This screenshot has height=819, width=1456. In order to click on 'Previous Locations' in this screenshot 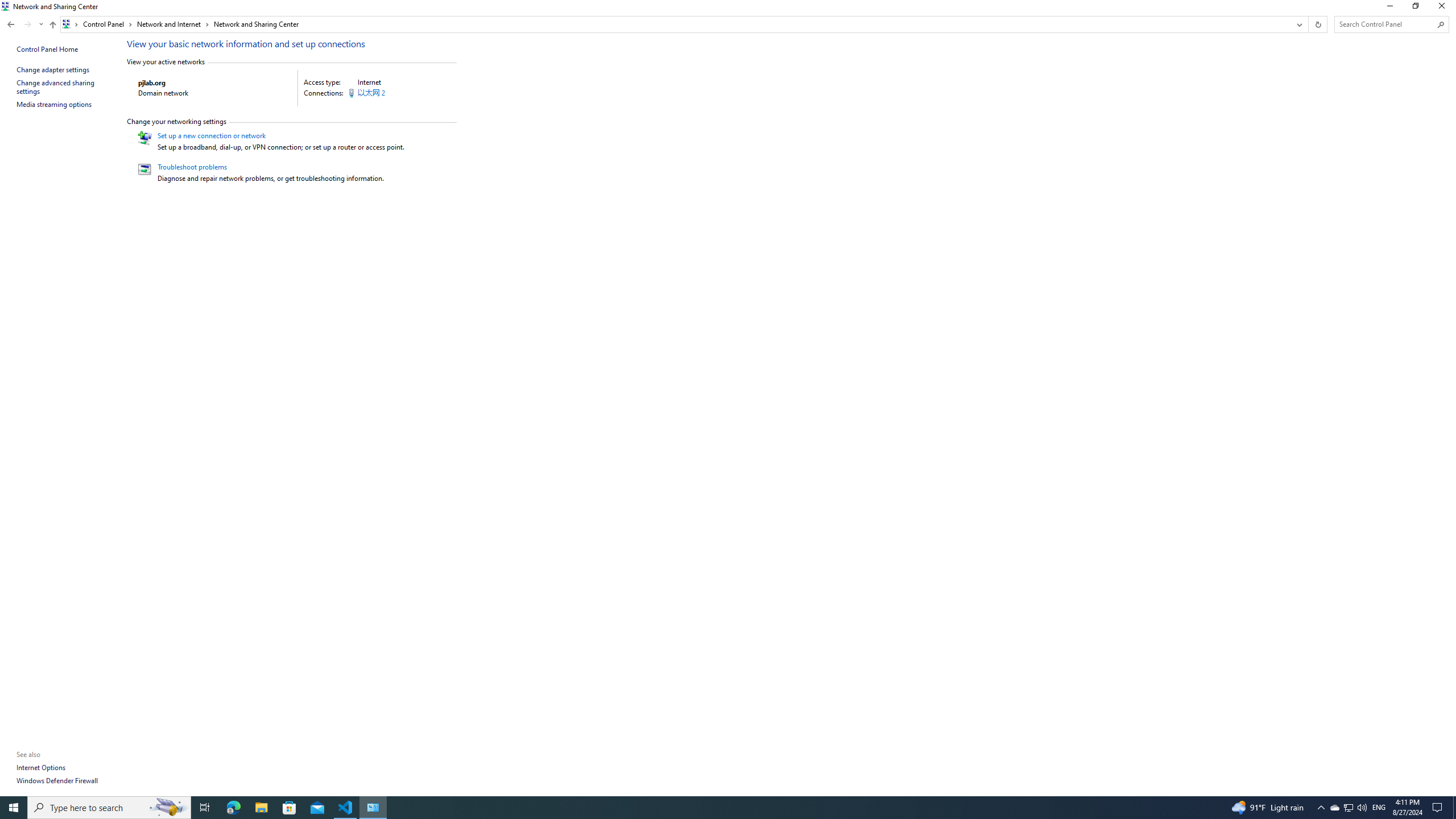, I will do `click(1298, 24)`.